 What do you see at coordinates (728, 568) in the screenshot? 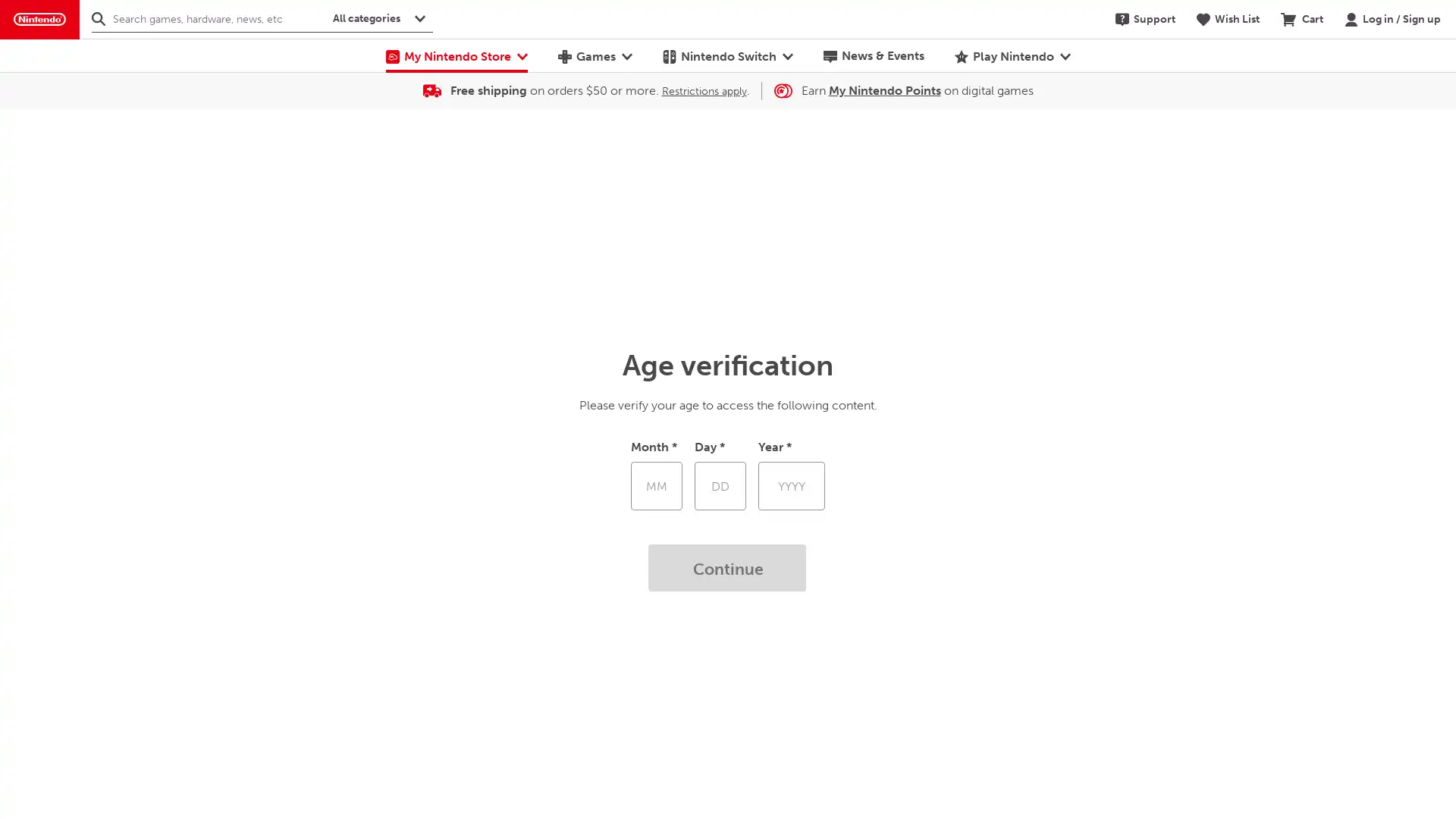
I see `Continue` at bounding box center [728, 568].